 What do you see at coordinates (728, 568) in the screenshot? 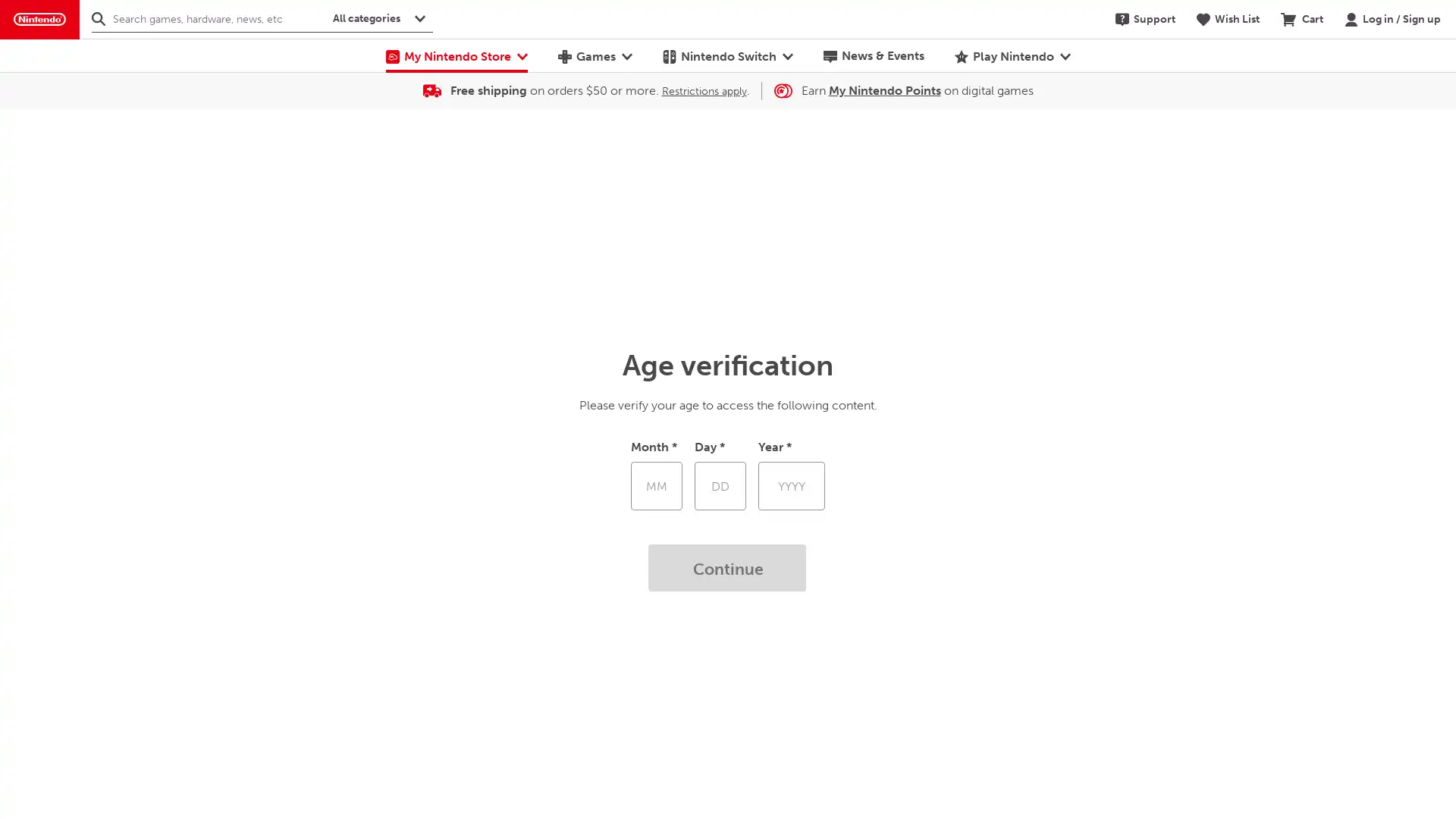
I see `Continue` at bounding box center [728, 568].